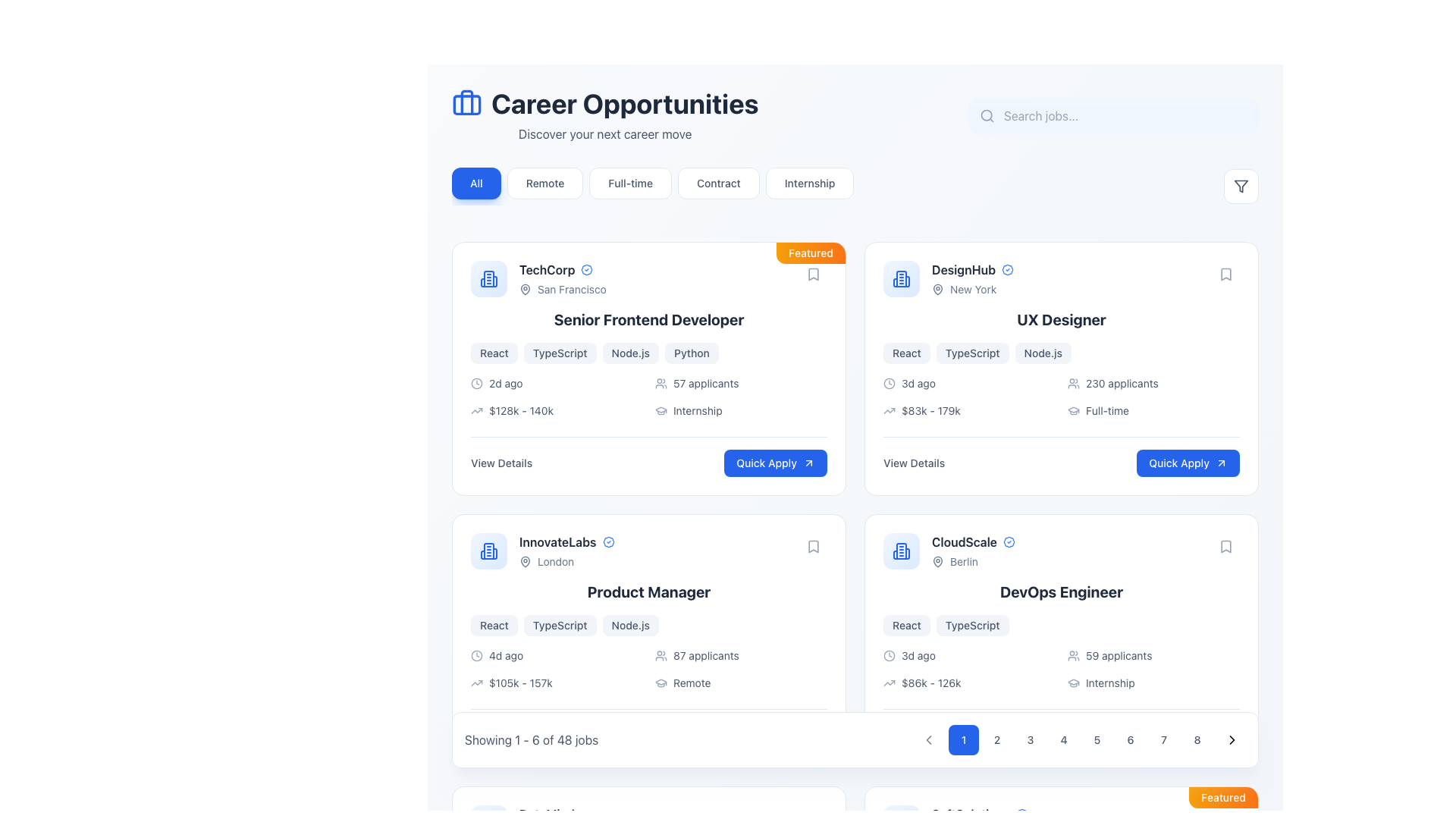  Describe the element at coordinates (545, 183) in the screenshot. I see `the rounded rectangular button labeled 'Remote'` at that location.